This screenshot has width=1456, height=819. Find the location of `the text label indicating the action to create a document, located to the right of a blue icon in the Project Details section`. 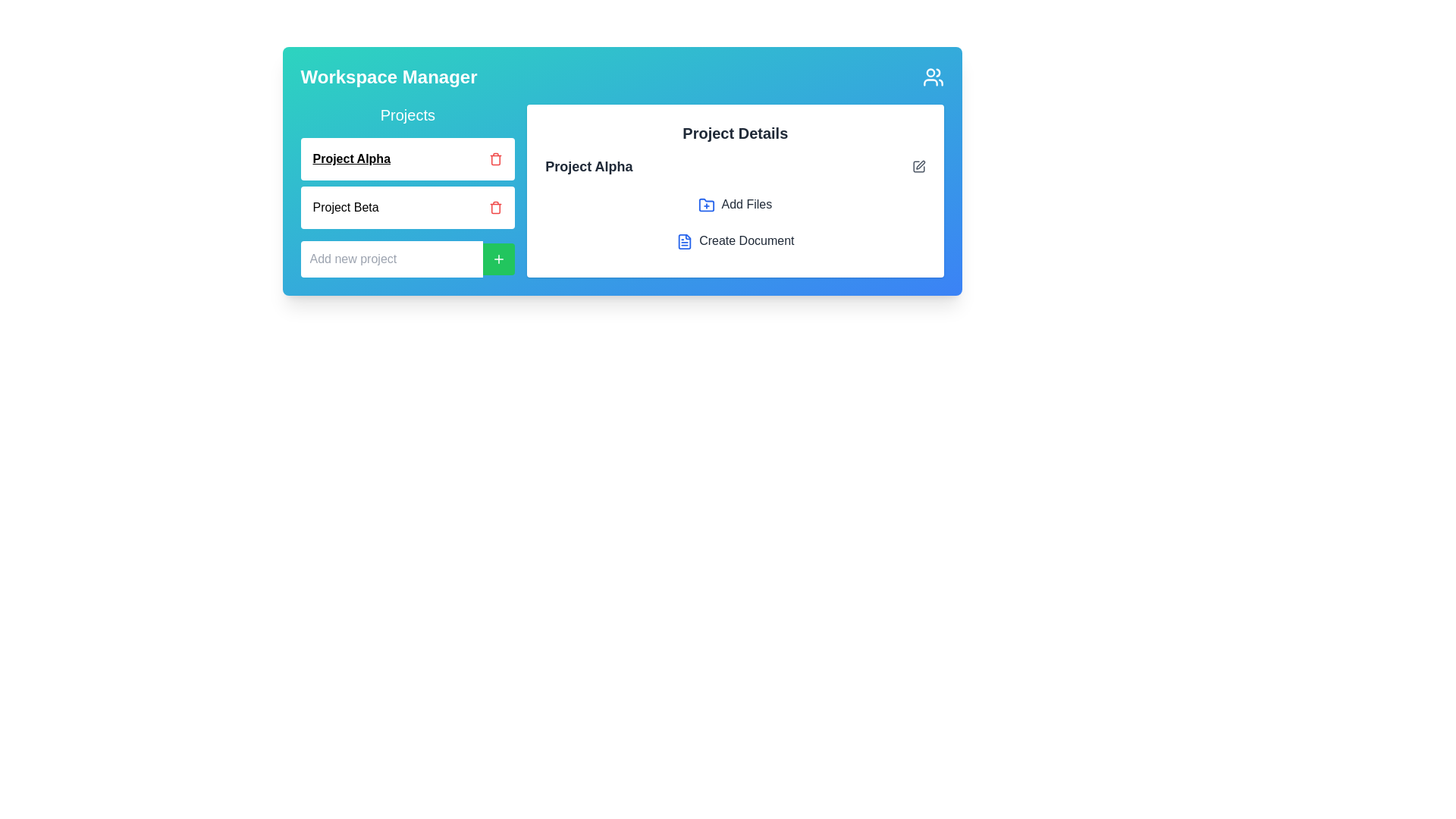

the text label indicating the action to create a document, located to the right of a blue icon in the Project Details section is located at coordinates (746, 240).